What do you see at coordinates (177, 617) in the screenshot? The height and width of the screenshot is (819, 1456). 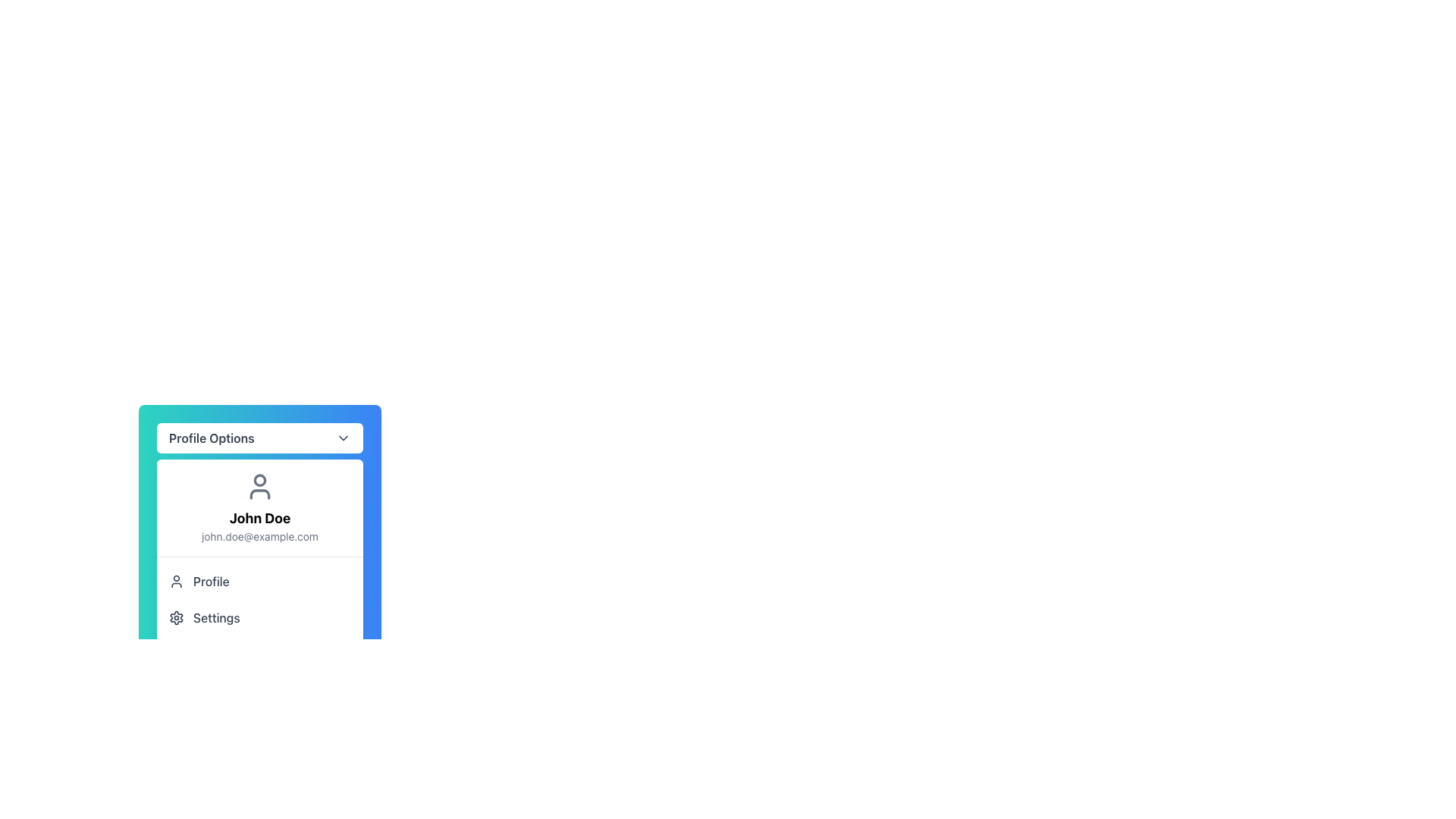 I see `the gear icon representing the settings symbol located in the bottom-left corner of the dropdown menu` at bounding box center [177, 617].